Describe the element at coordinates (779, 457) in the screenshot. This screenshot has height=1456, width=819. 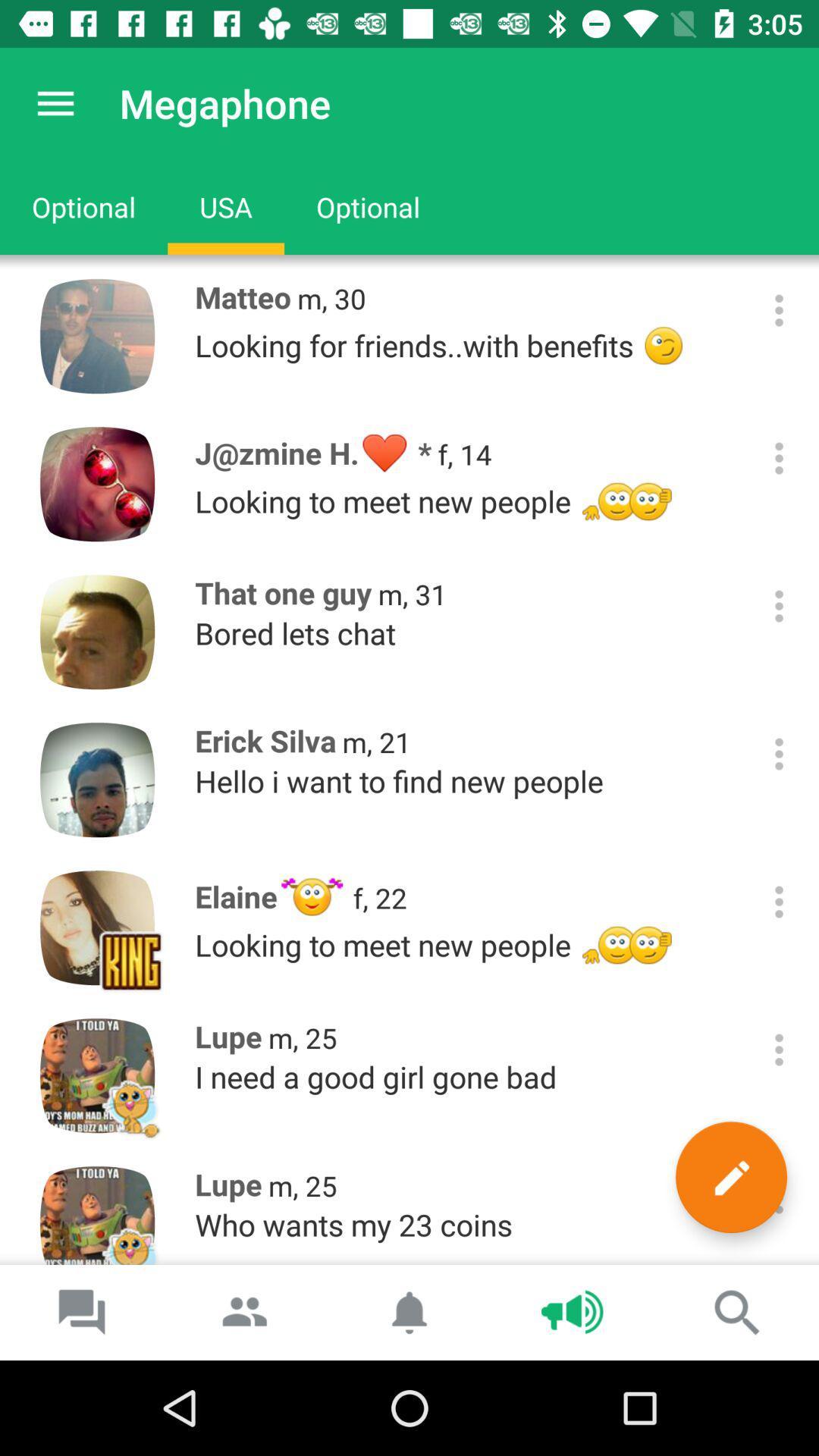
I see `asking to see options` at that location.